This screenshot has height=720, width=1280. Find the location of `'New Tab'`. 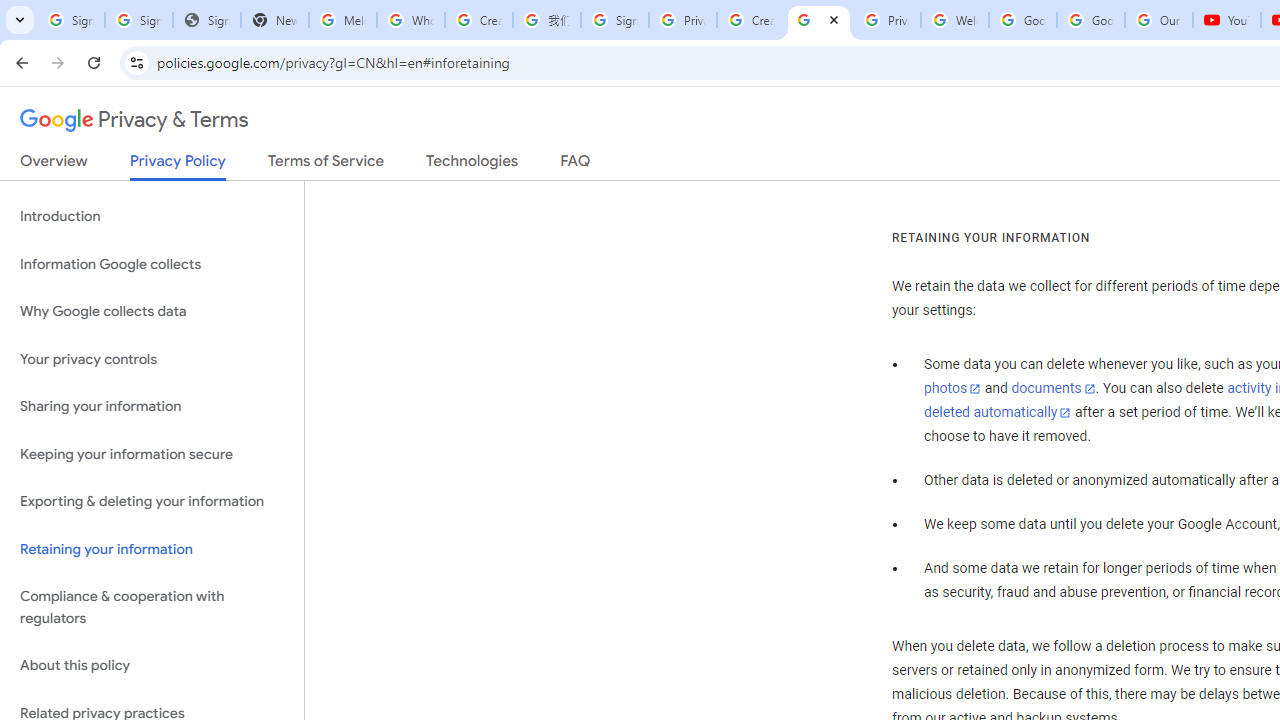

'New Tab' is located at coordinates (273, 20).